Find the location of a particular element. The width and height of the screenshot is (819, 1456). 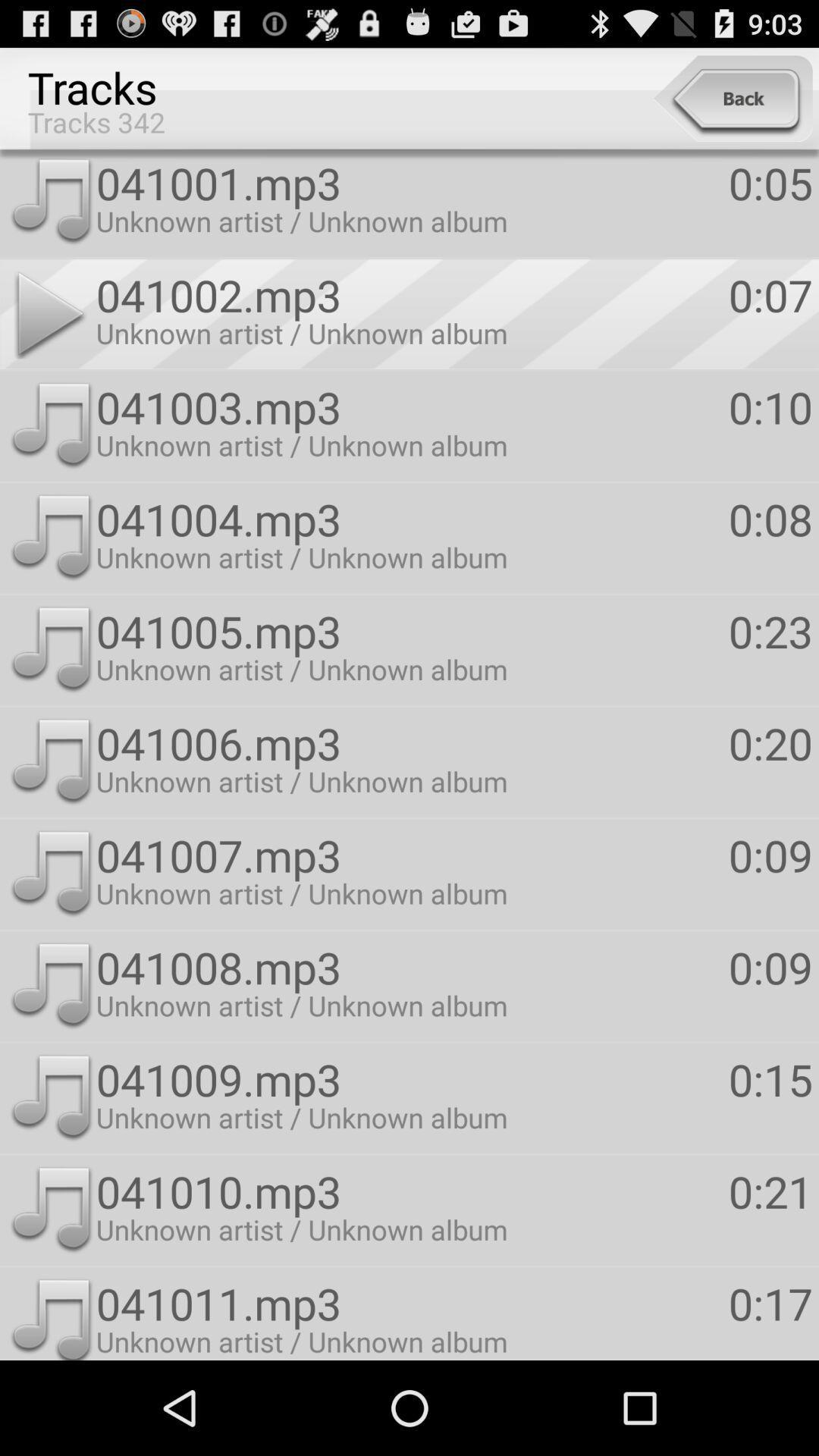

the icon to the right of the tracks 342 icon is located at coordinates (732, 98).